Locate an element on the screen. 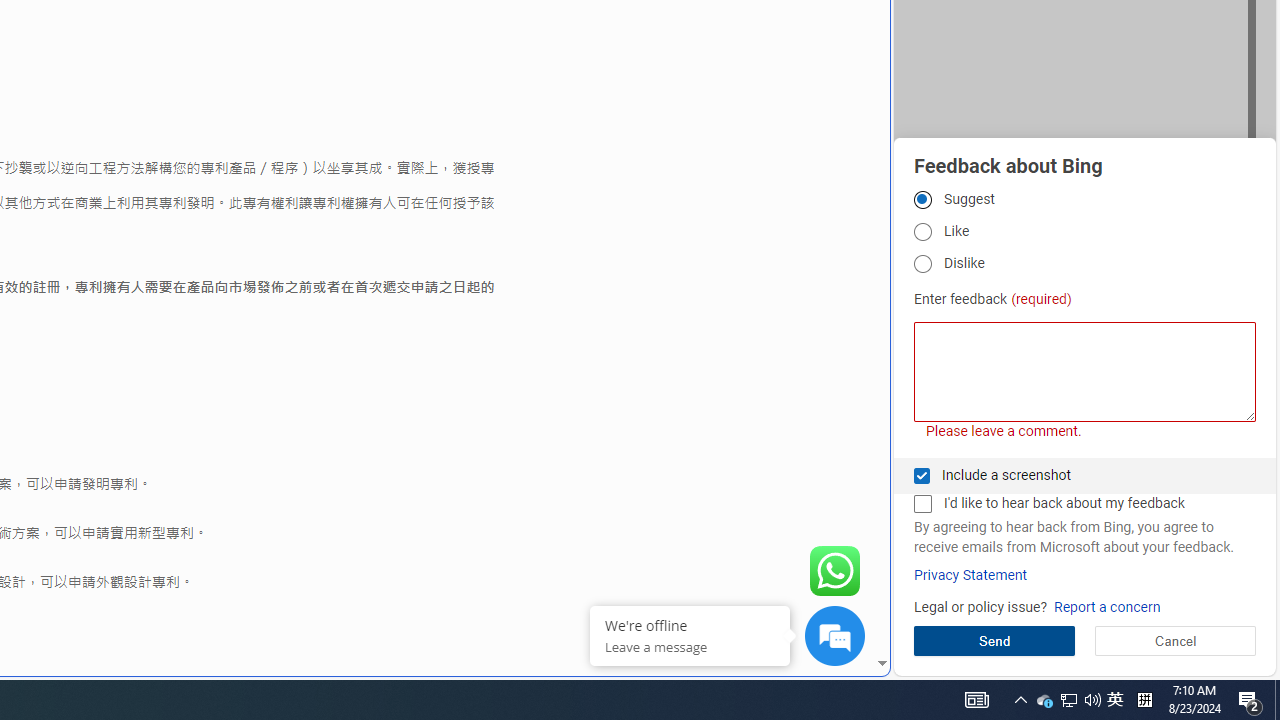 The height and width of the screenshot is (720, 1280). 'Include a screenshot' is located at coordinates (921, 475).